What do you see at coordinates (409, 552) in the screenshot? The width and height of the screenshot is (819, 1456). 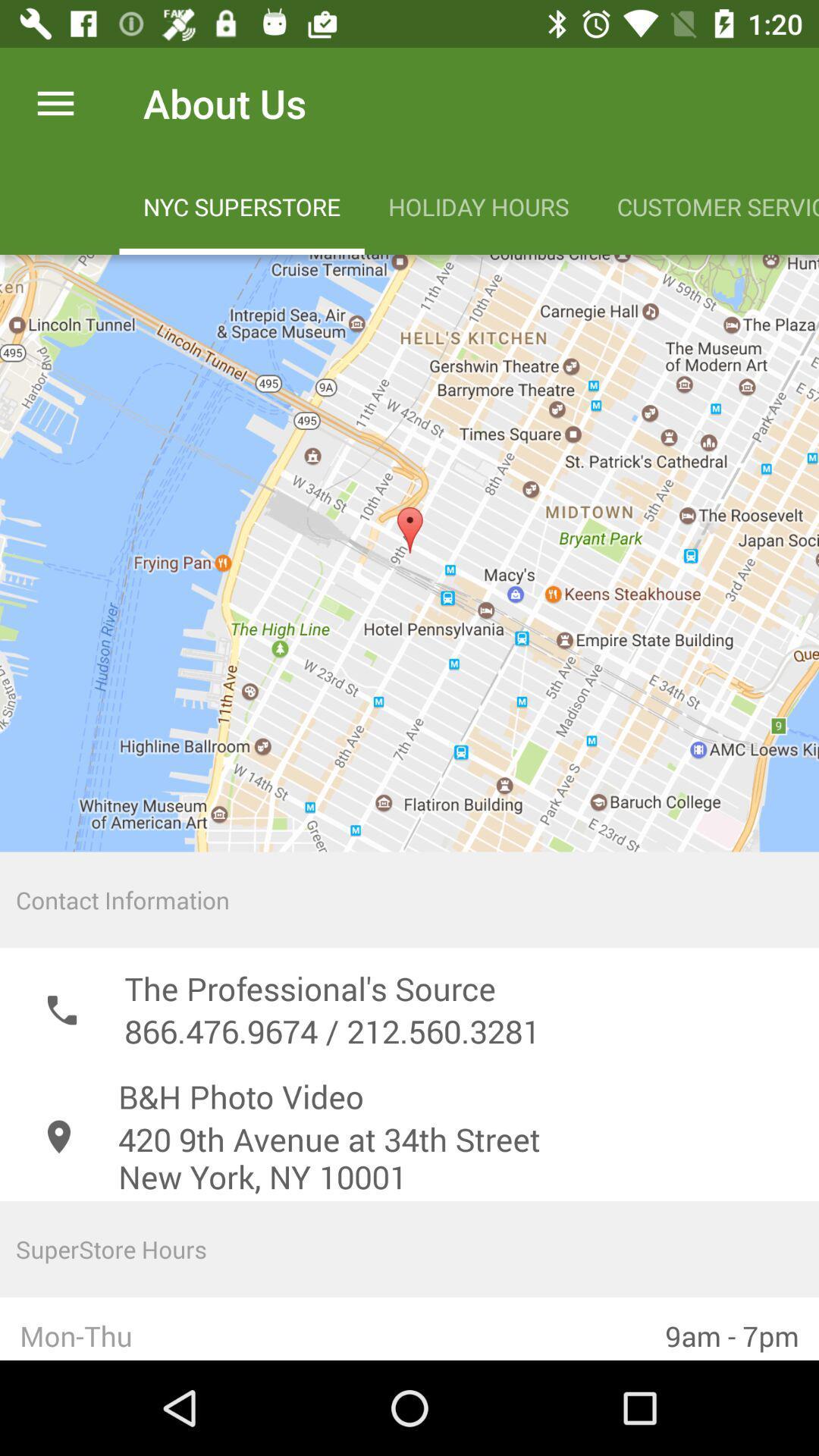 I see `icon below the nyc superstore icon` at bounding box center [409, 552].